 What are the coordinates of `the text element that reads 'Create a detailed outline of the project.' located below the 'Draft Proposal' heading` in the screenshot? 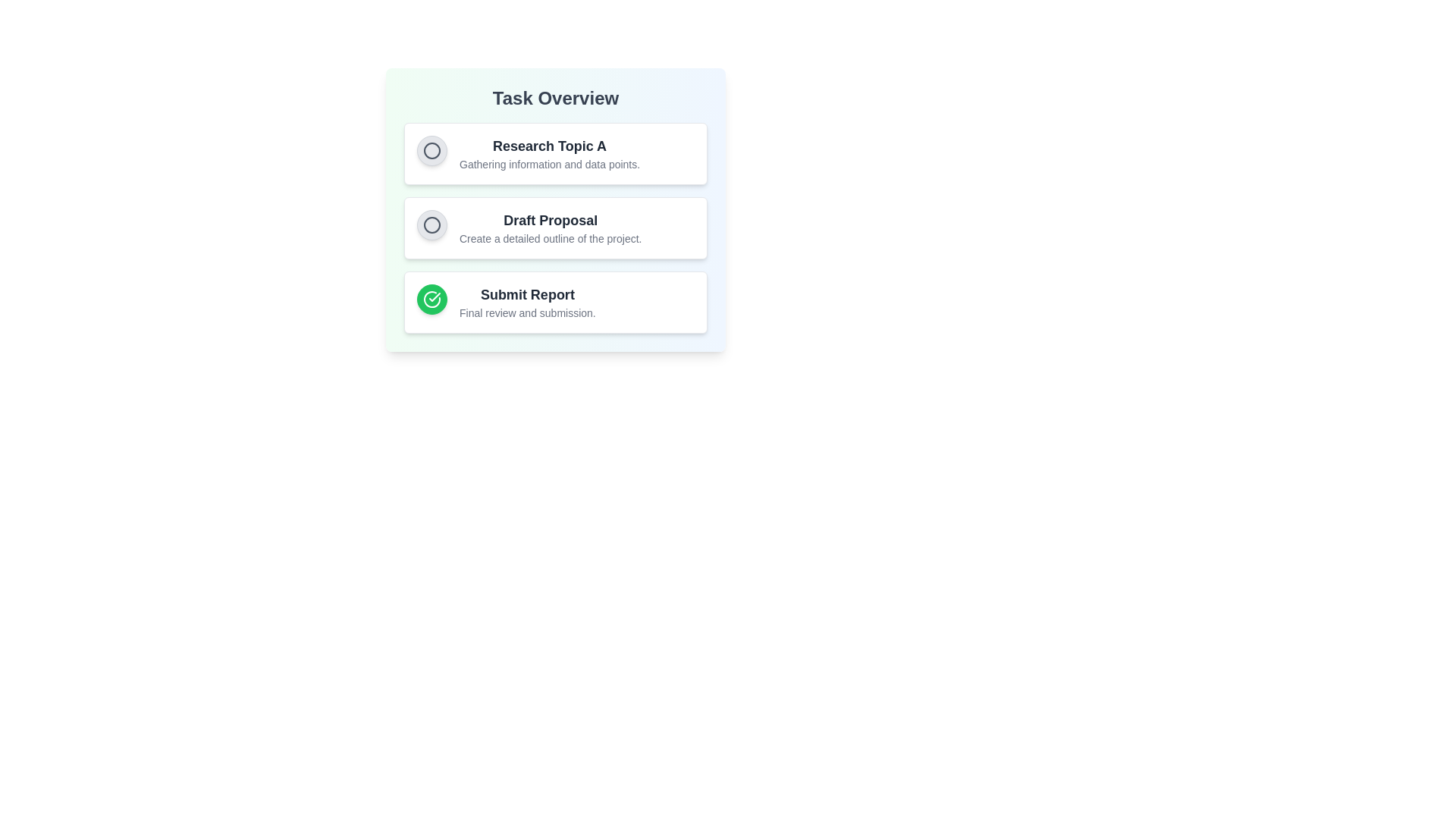 It's located at (550, 239).